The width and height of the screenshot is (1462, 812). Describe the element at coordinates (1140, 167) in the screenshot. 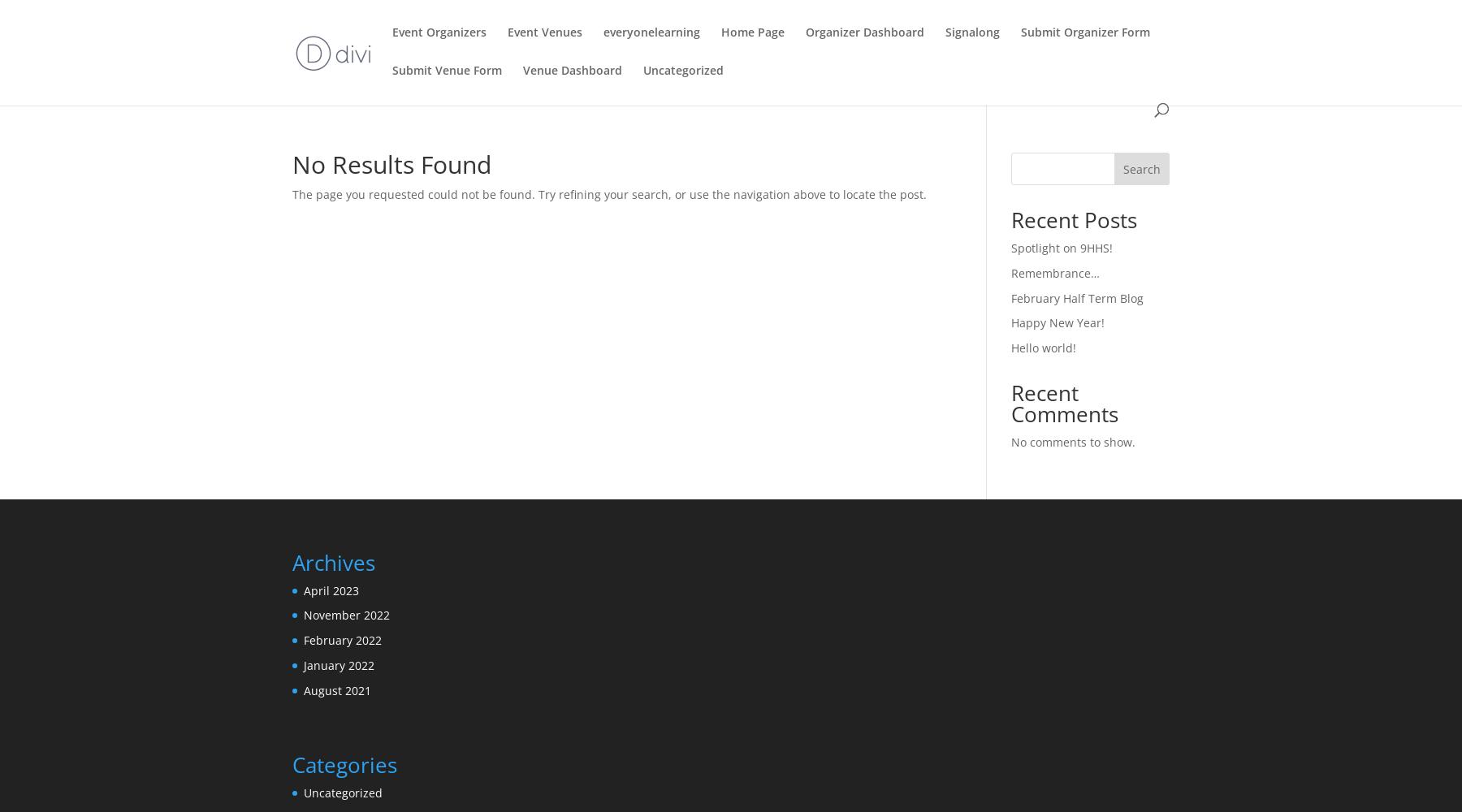

I see `'Search'` at that location.